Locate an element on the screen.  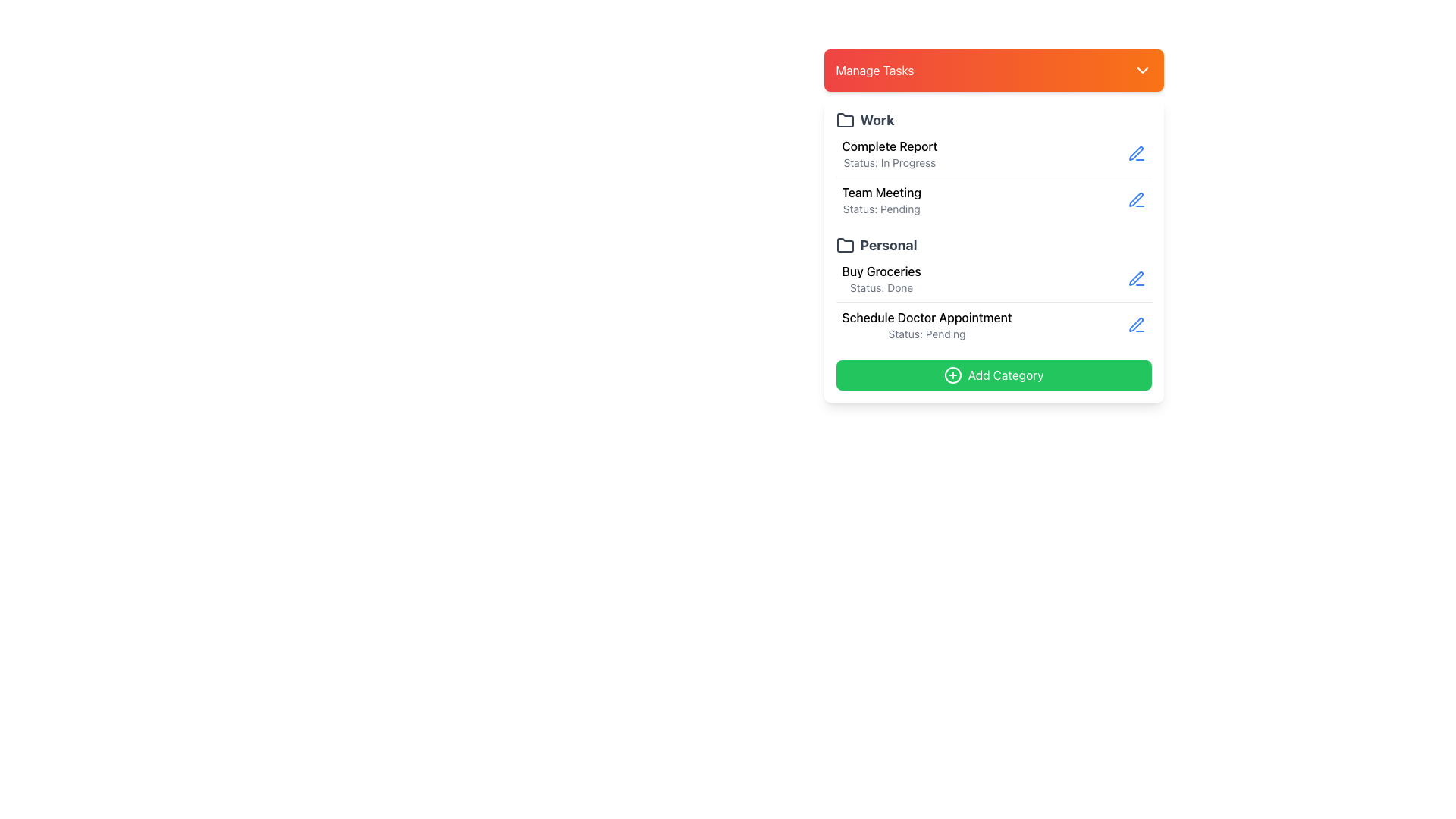
the Text label indicating the completion status of the task under the 'Buy Groceries' section, which is located within the 'Personal' category is located at coordinates (881, 288).